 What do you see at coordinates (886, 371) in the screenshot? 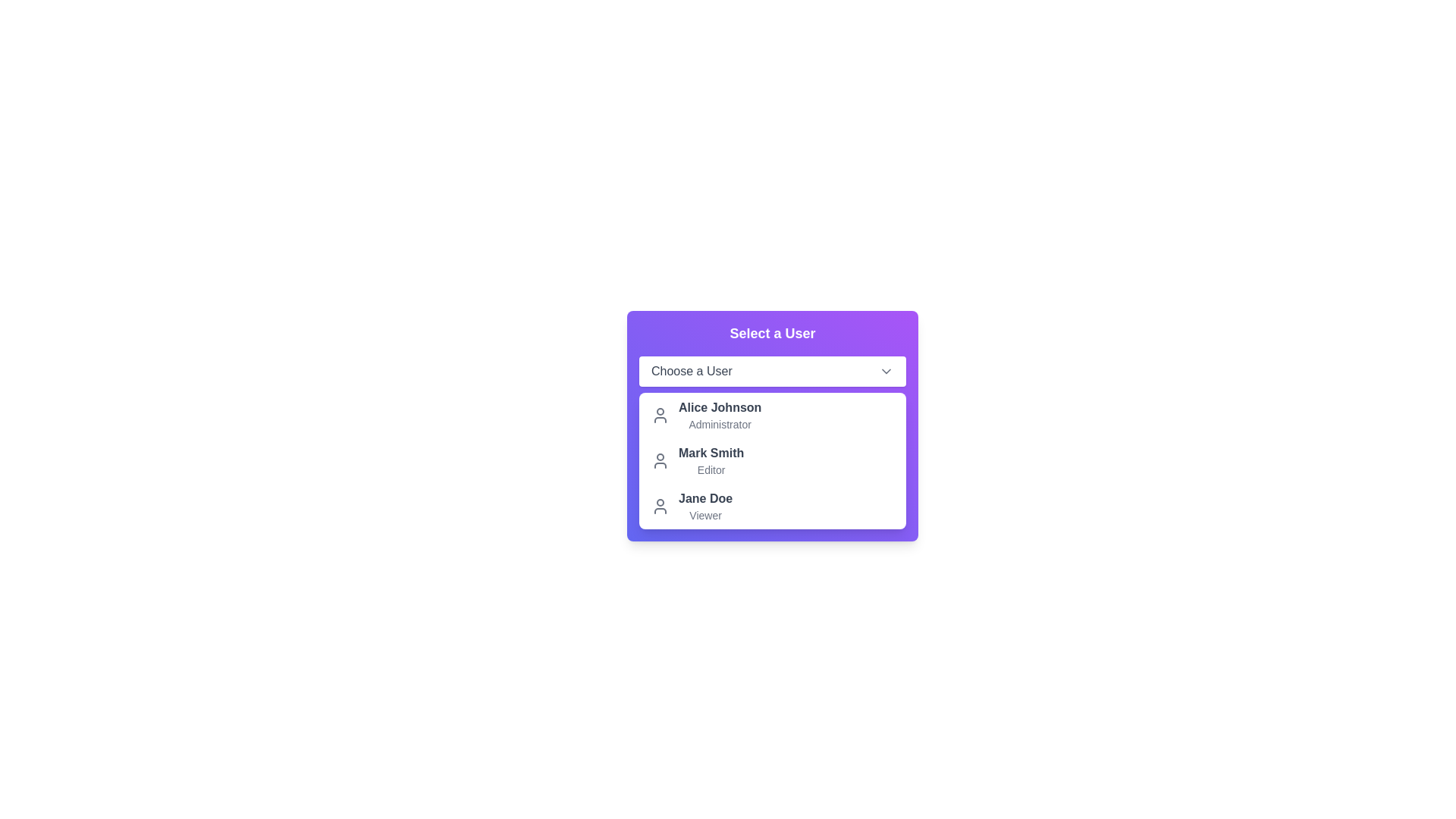
I see `the Dropdown icon located at the far right inside the 'Choose a User' dropdown component` at bounding box center [886, 371].